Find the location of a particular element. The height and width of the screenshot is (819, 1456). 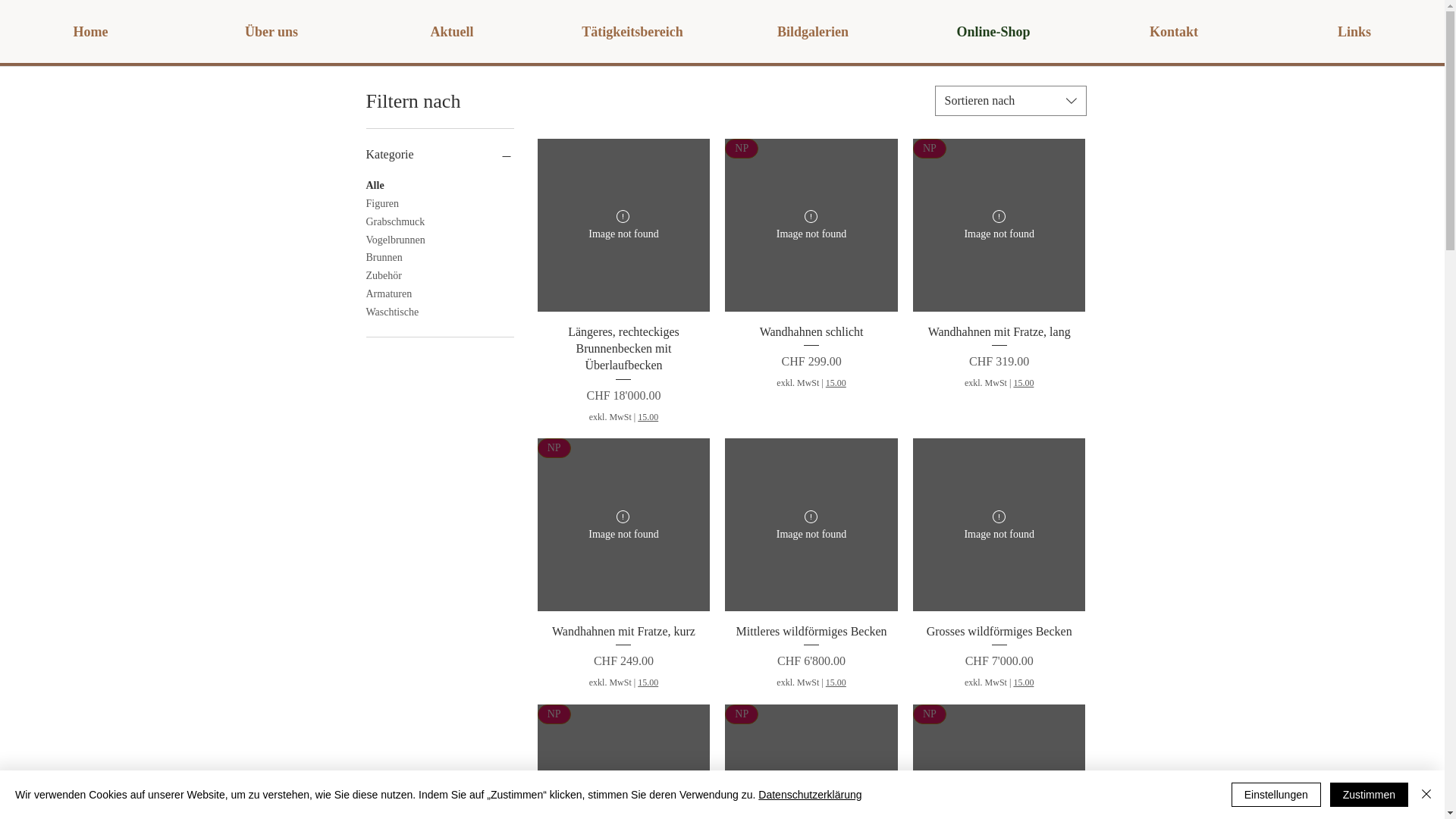

'15.00' is located at coordinates (648, 682).